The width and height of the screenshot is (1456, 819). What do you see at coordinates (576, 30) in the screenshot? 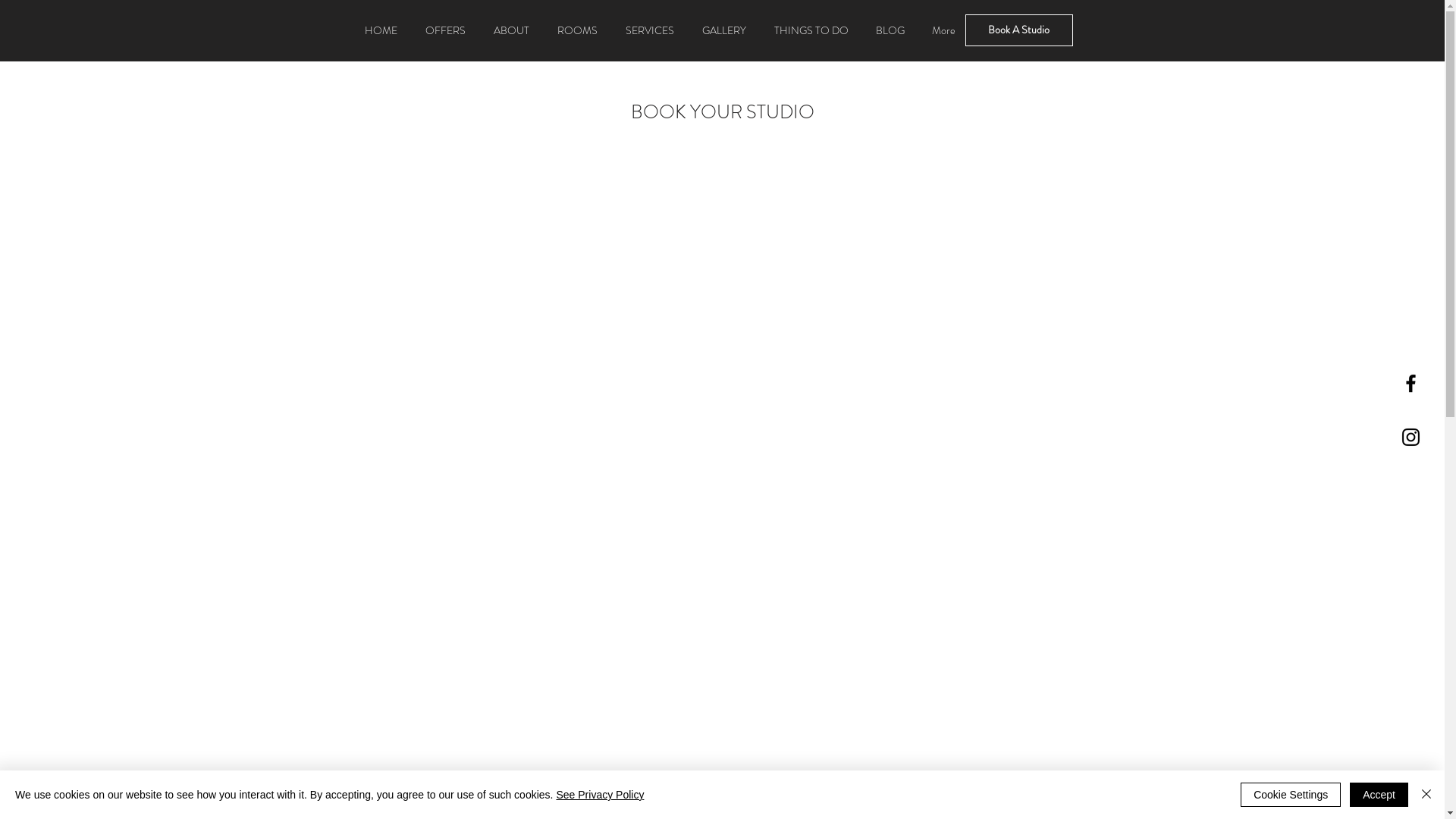
I see `'ROOMS'` at bounding box center [576, 30].